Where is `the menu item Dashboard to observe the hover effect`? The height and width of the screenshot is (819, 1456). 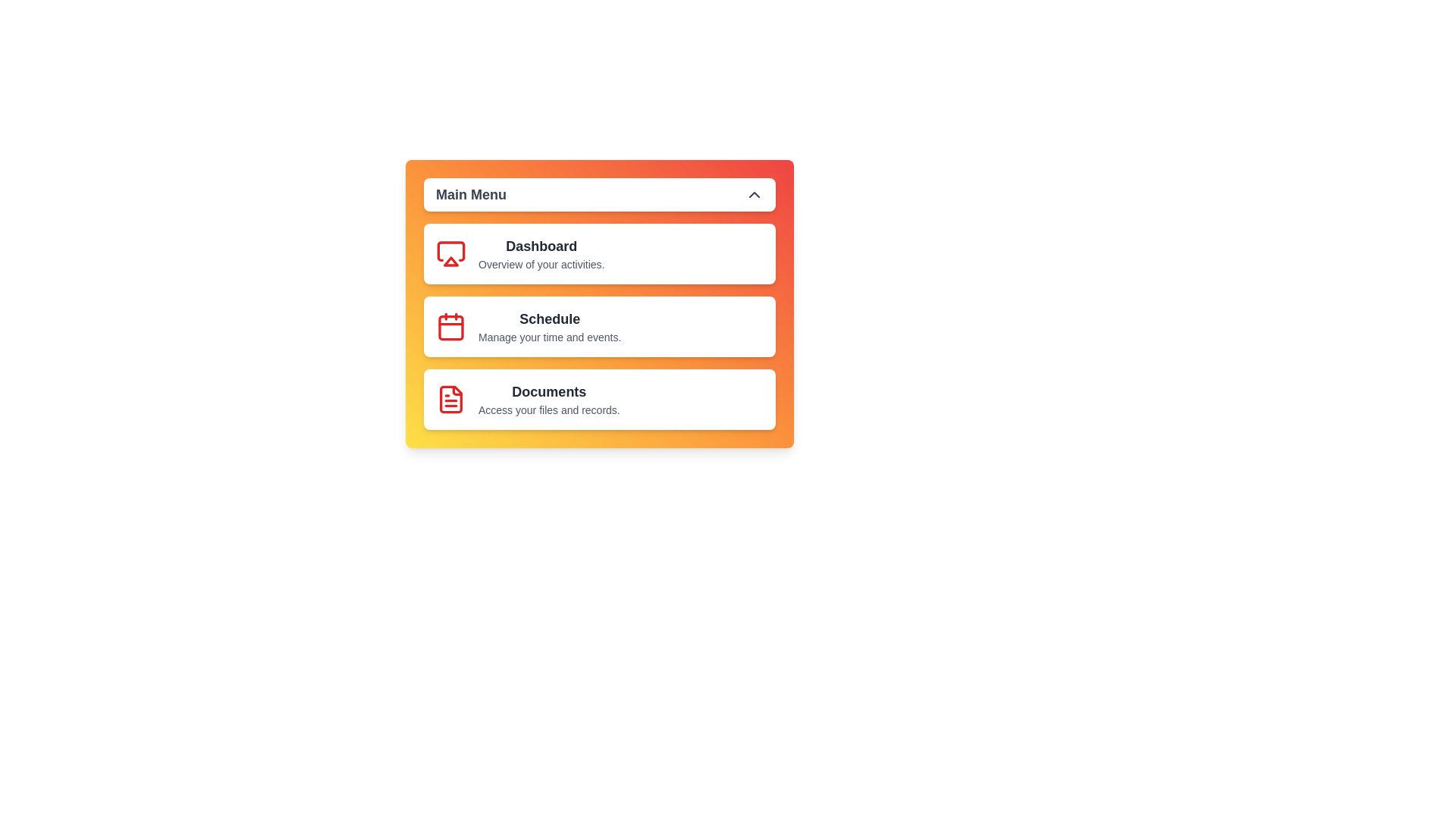 the menu item Dashboard to observe the hover effect is located at coordinates (599, 253).